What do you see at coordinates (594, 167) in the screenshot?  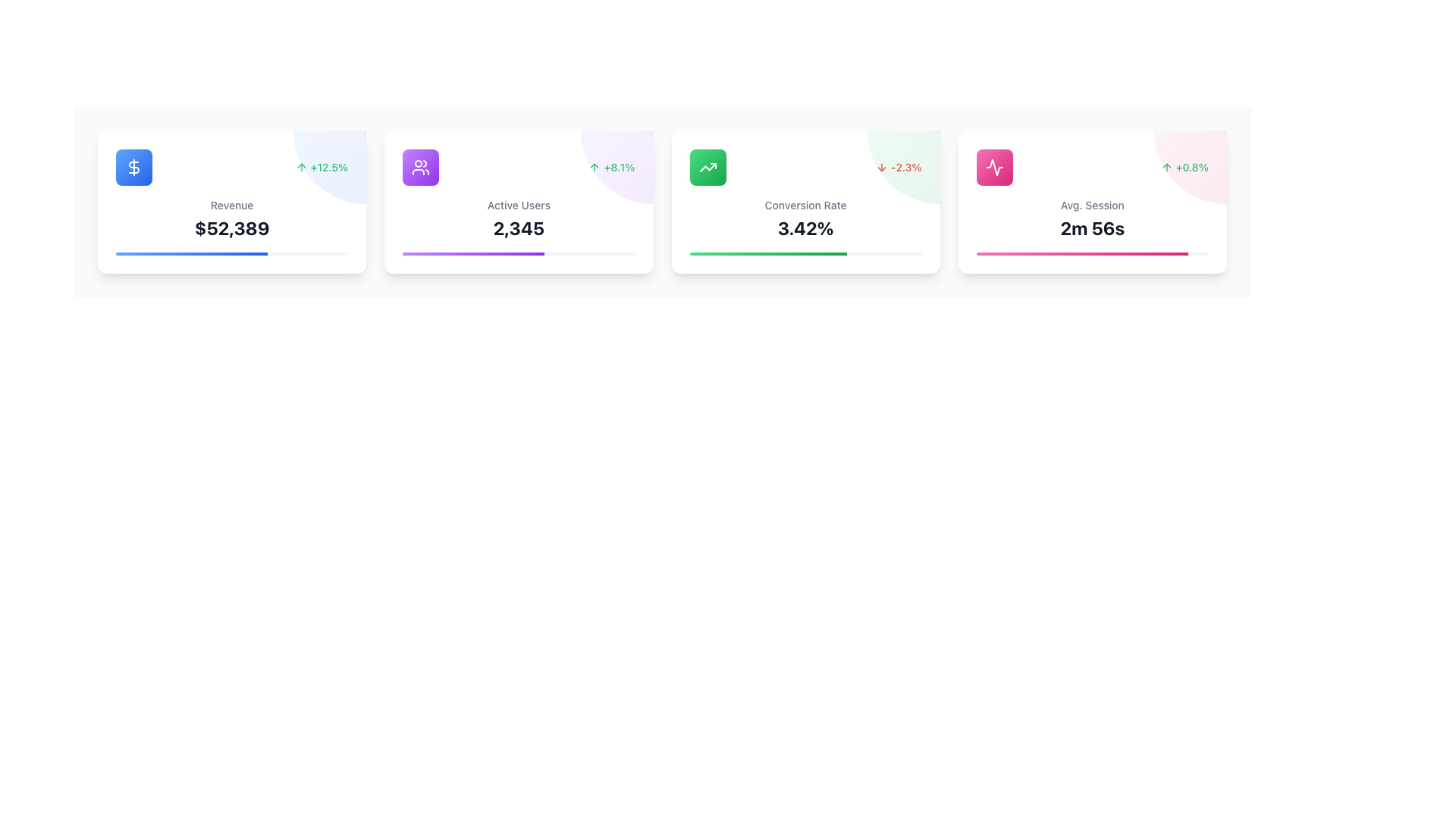 I see `the upward-pointing green arrow icon located adjacent` at bounding box center [594, 167].